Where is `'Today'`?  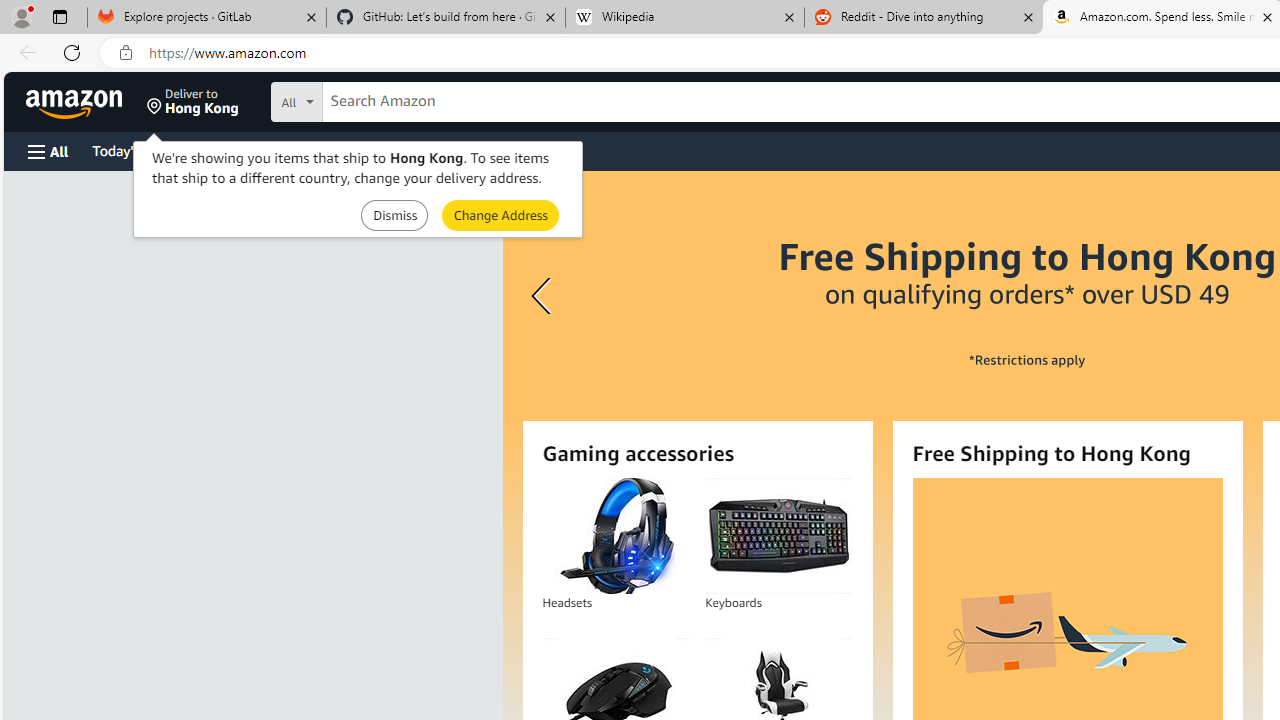
'Today' is located at coordinates (133, 149).